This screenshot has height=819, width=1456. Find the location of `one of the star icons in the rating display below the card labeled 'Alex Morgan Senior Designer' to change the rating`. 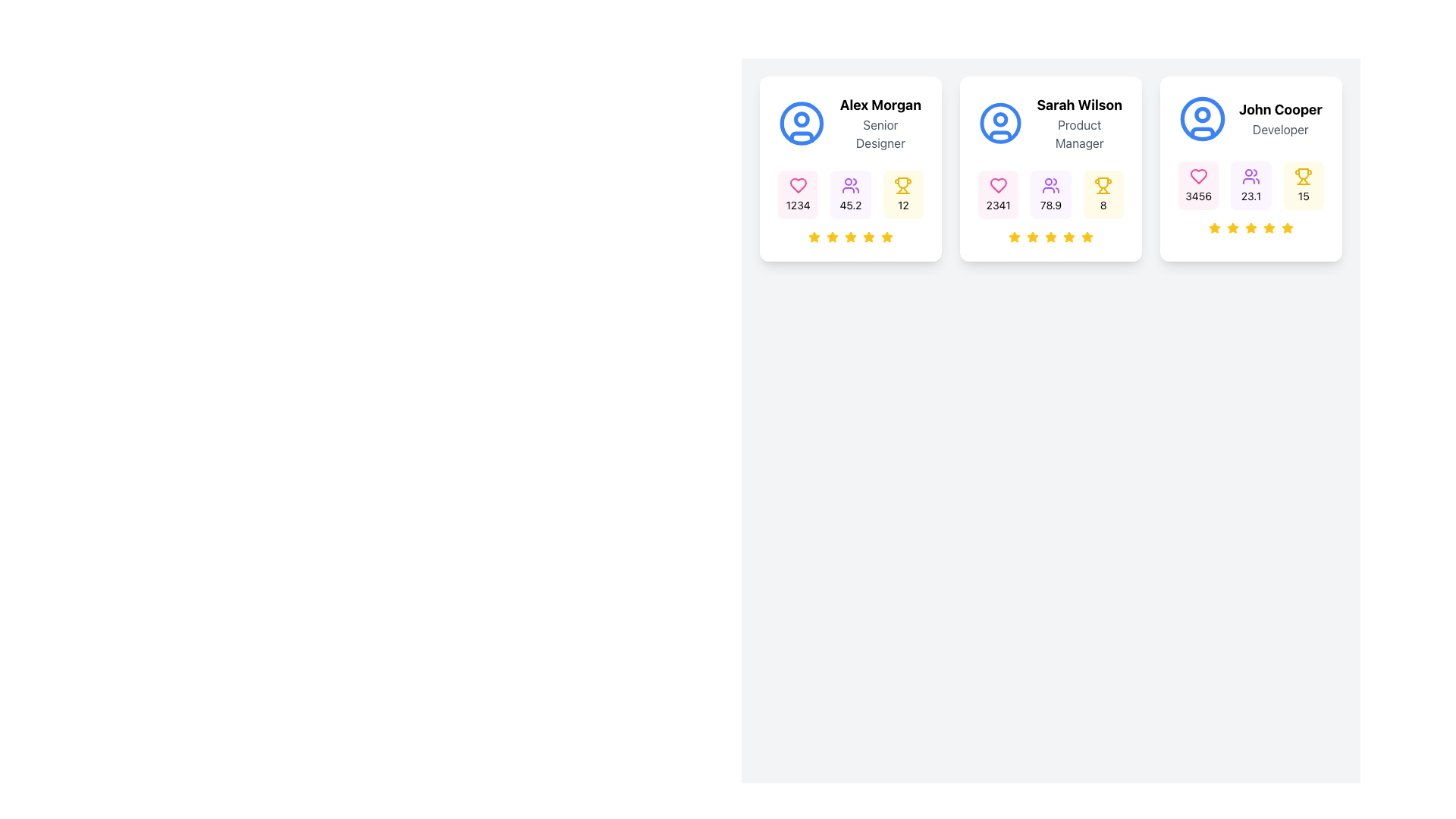

one of the star icons in the rating display below the card labeled 'Alex Morgan Senior Designer' to change the rating is located at coordinates (851, 237).